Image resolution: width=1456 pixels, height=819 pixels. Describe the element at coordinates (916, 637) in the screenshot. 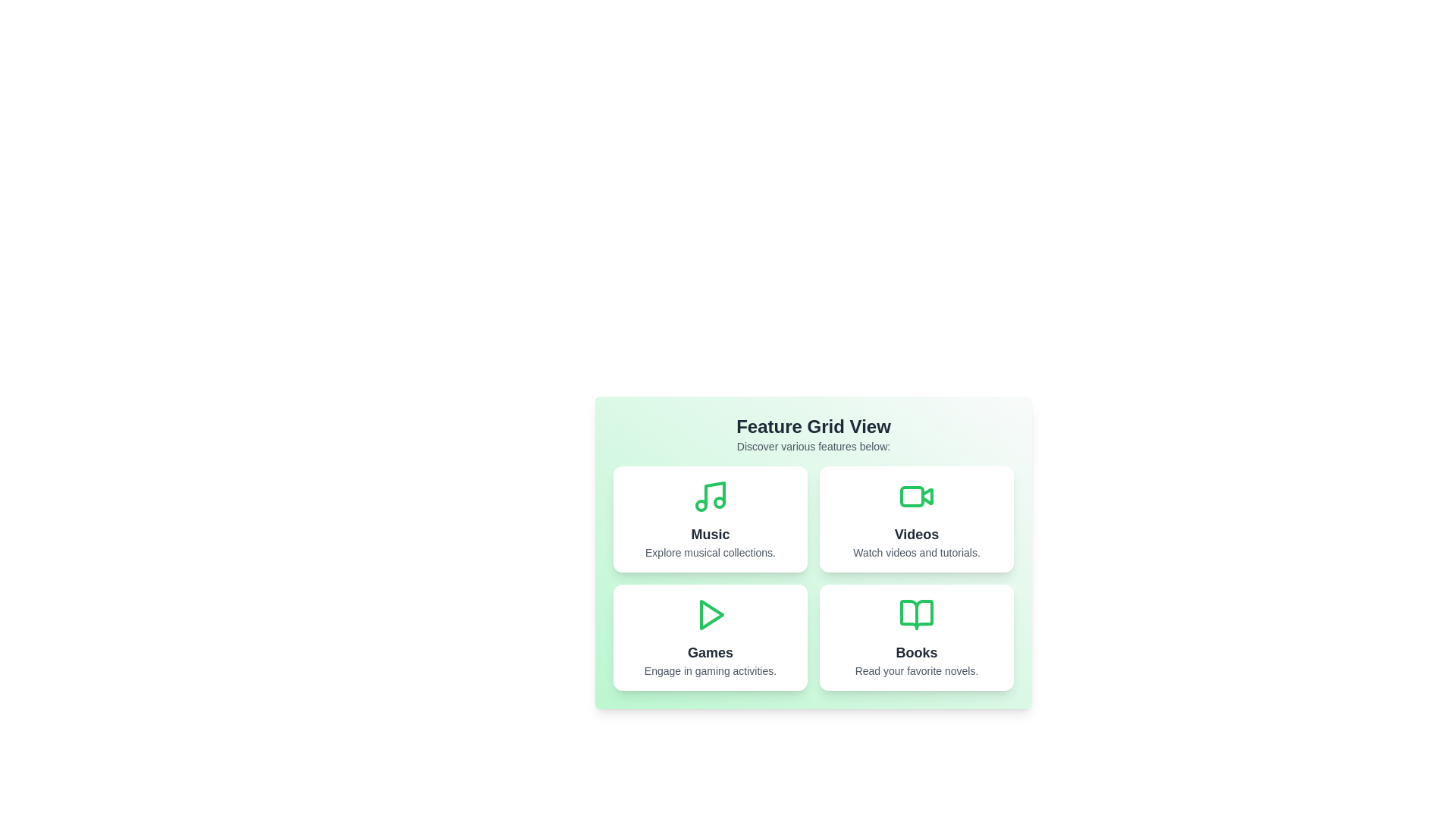

I see `the Books card to observe its hover effect` at that location.